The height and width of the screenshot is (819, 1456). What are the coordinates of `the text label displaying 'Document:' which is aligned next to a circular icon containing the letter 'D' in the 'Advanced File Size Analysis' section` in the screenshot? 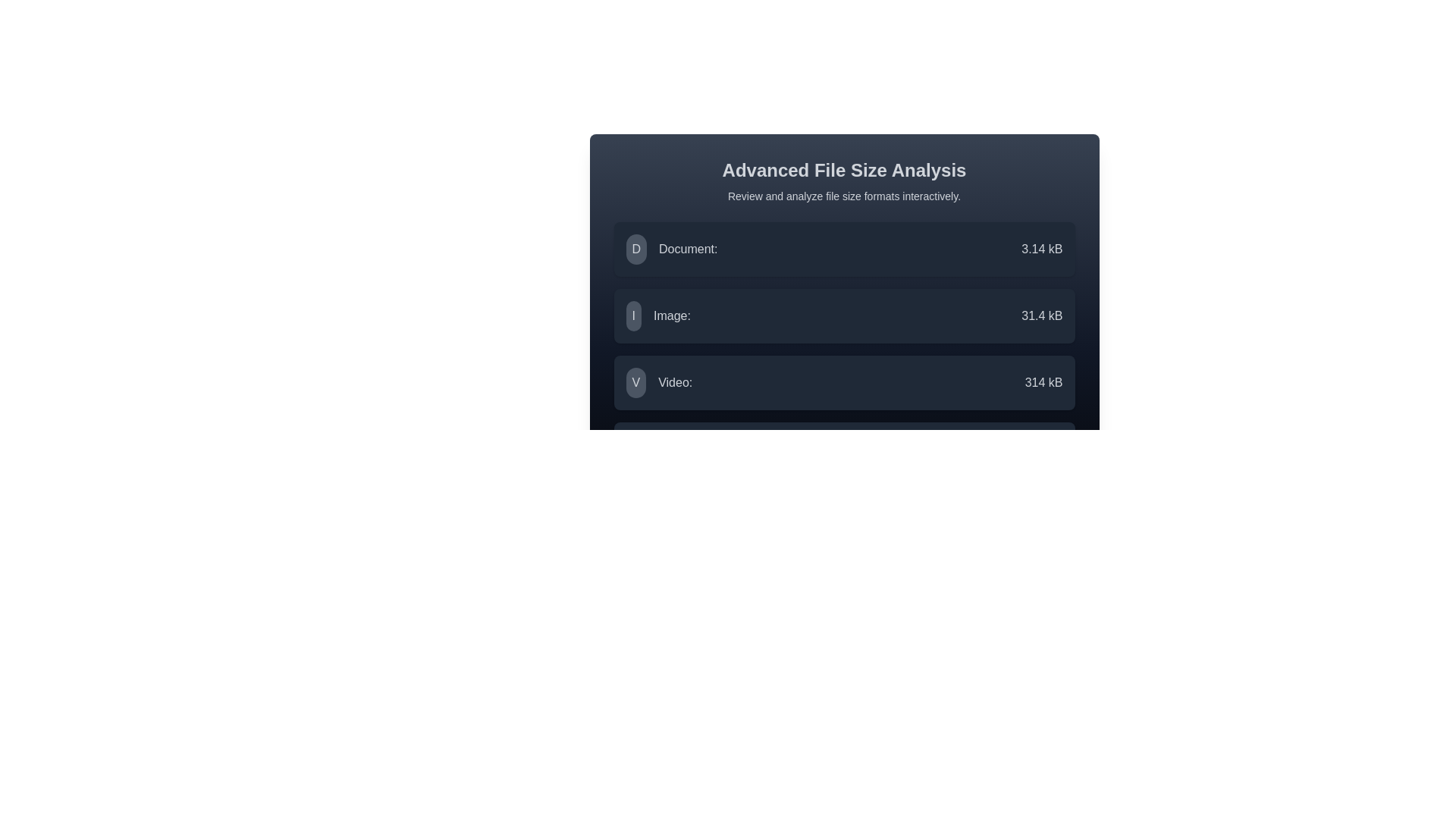 It's located at (687, 248).